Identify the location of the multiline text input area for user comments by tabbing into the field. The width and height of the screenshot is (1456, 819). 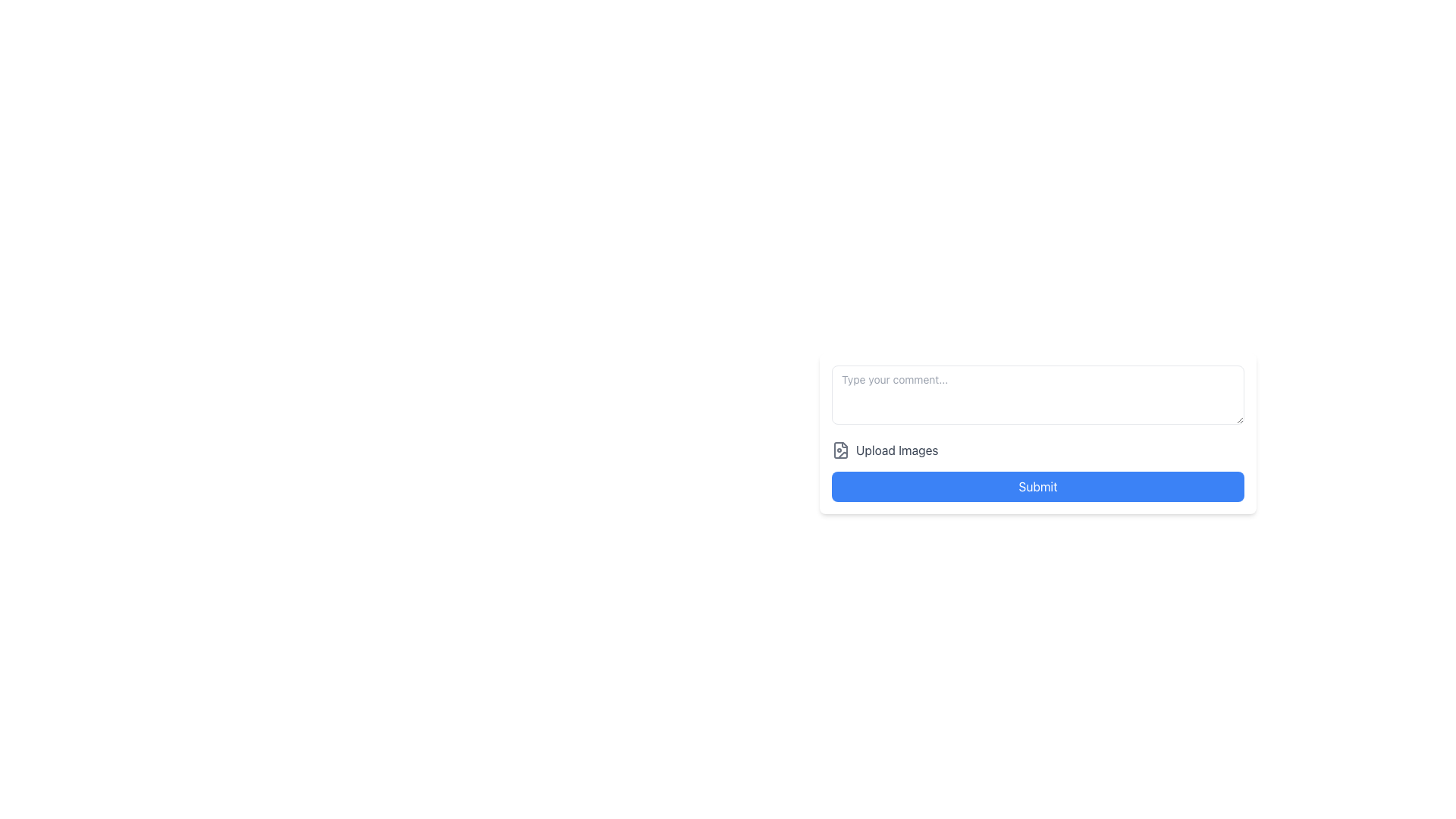
(1037, 394).